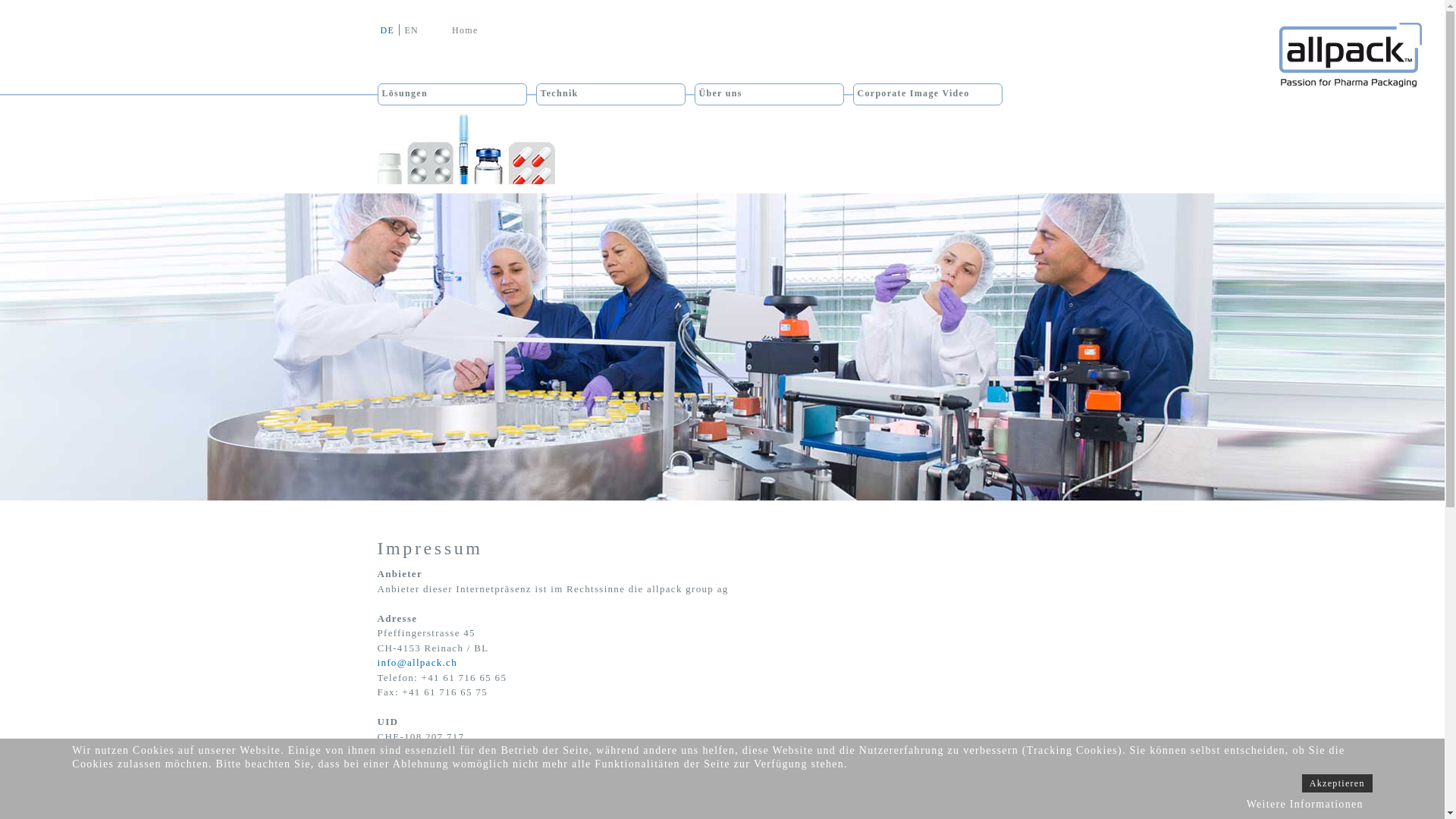 Image resolution: width=1456 pixels, height=819 pixels. What do you see at coordinates (539, 93) in the screenshot?
I see `'Technik'` at bounding box center [539, 93].